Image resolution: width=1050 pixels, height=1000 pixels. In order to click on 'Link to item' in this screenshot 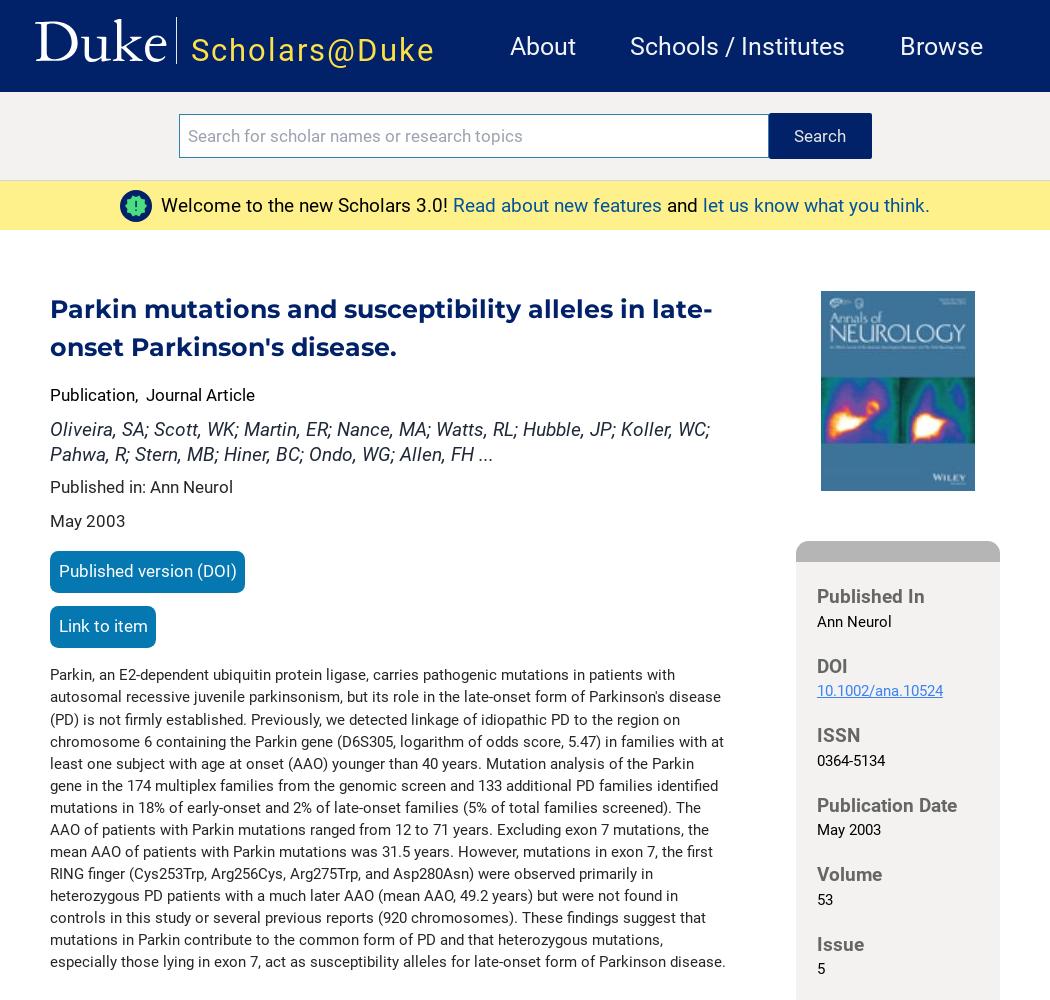, I will do `click(56, 626)`.